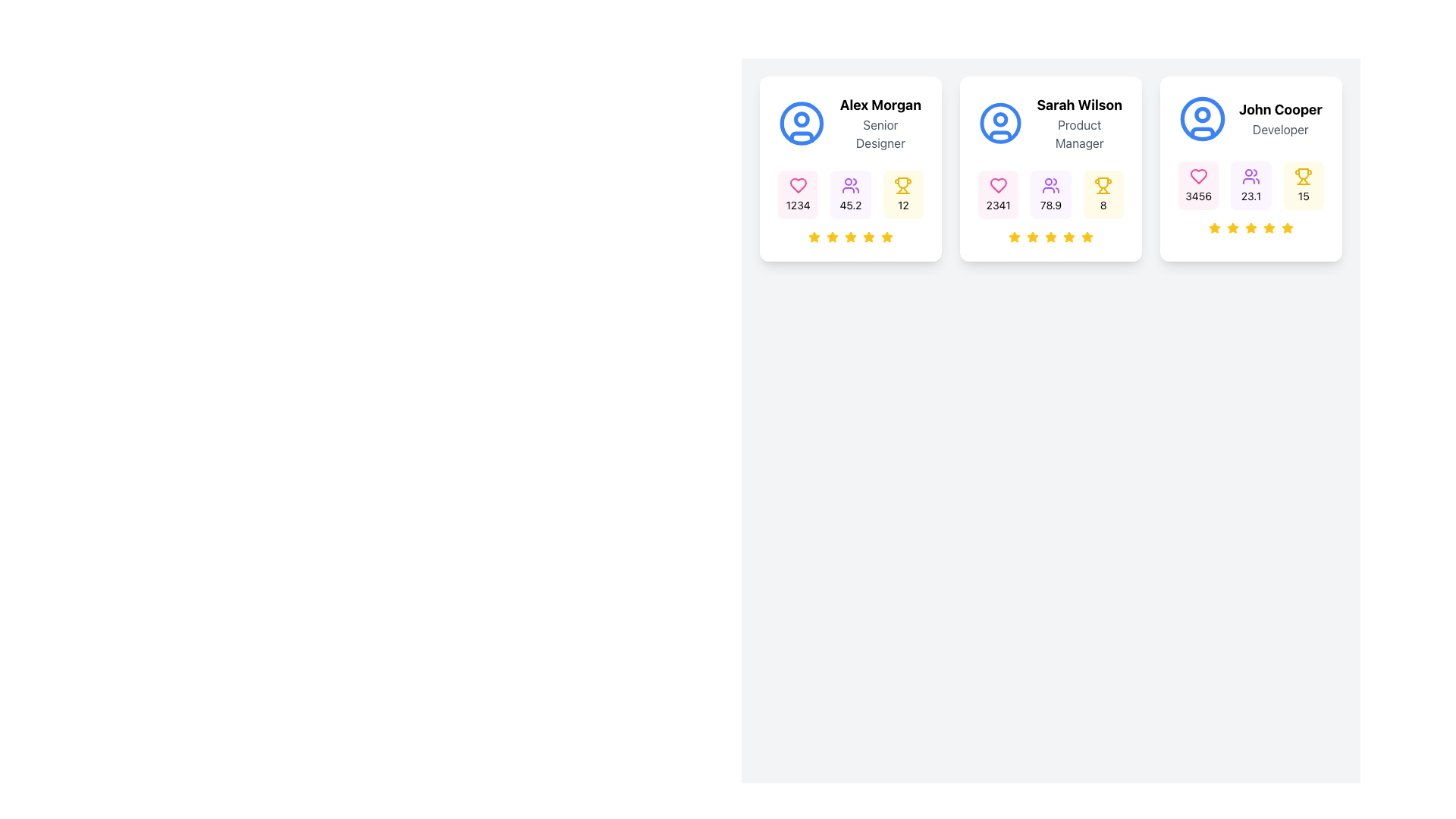 The width and height of the screenshot is (1456, 819). Describe the element at coordinates (1050, 185) in the screenshot. I see `the purple icon representing a group of users, located in the central card above the text '78.9' and below 'Sarah Wilson, Product Manager'` at that location.